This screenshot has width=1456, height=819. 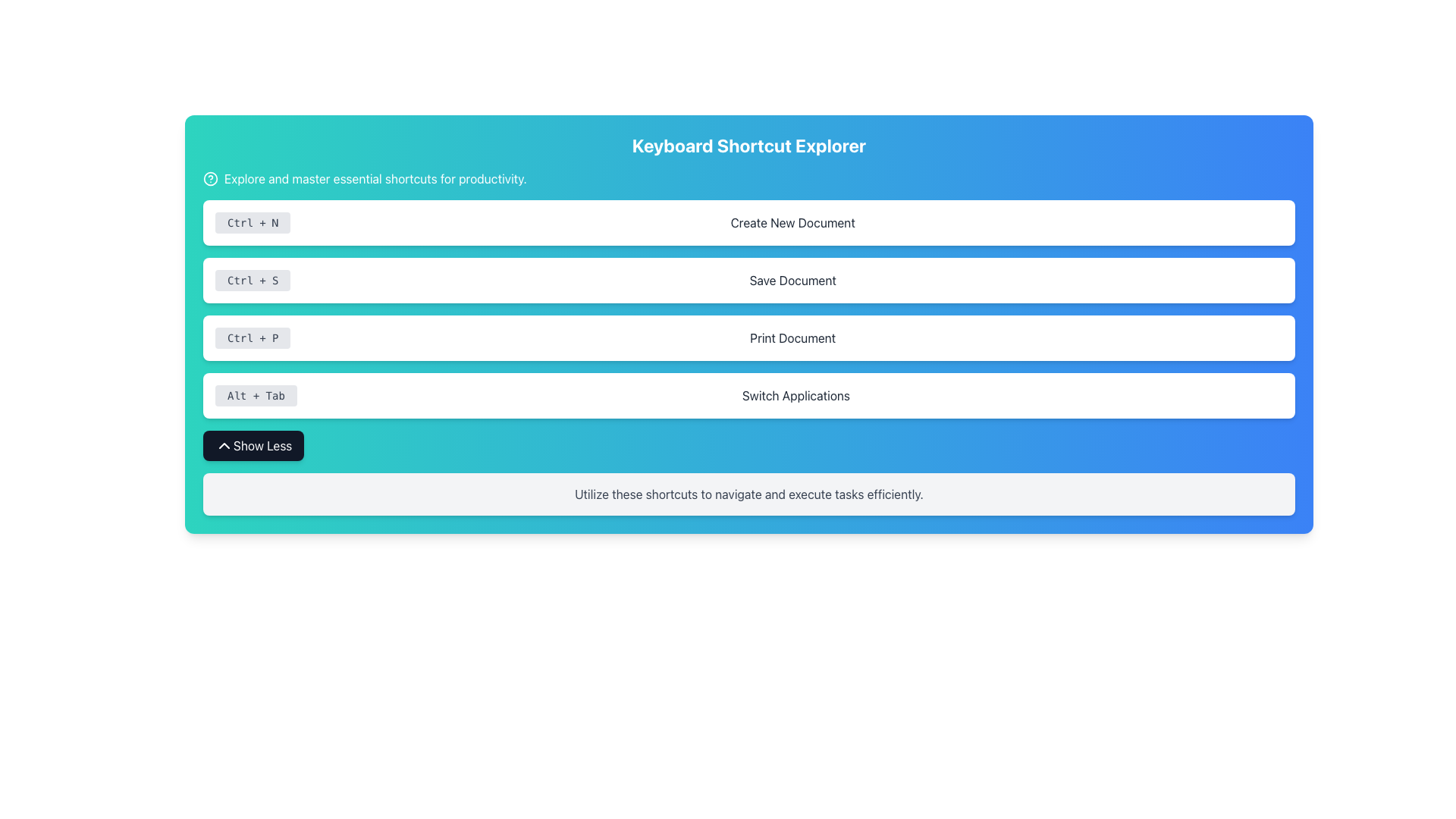 I want to click on the static text label displaying the keyboard shortcut 'Ctrl + N', which indicates the action for creating a new document, so click(x=253, y=222).